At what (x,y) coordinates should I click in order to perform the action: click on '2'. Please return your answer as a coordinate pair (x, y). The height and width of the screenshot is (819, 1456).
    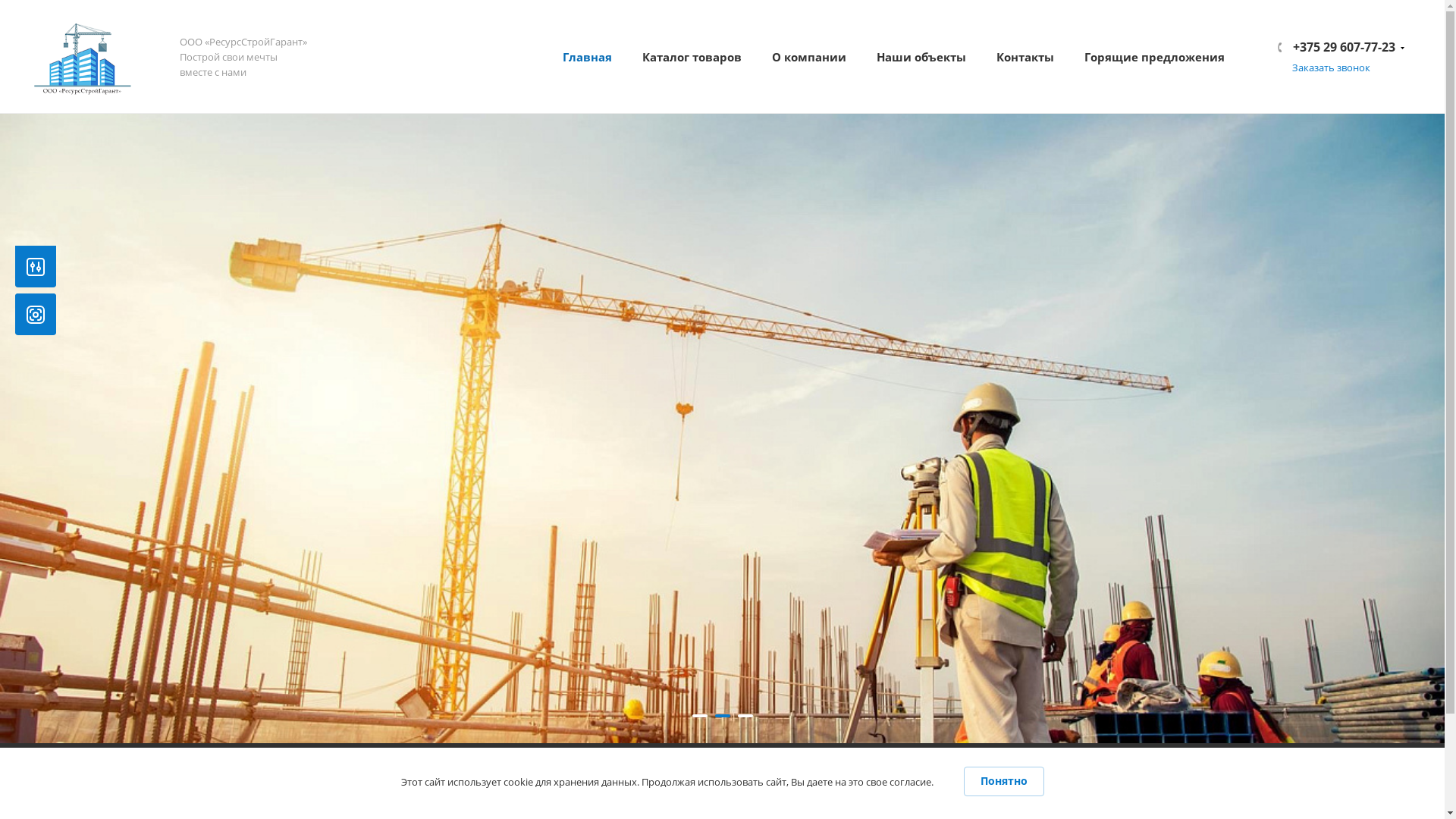
    Looking at the image, I should click on (720, 716).